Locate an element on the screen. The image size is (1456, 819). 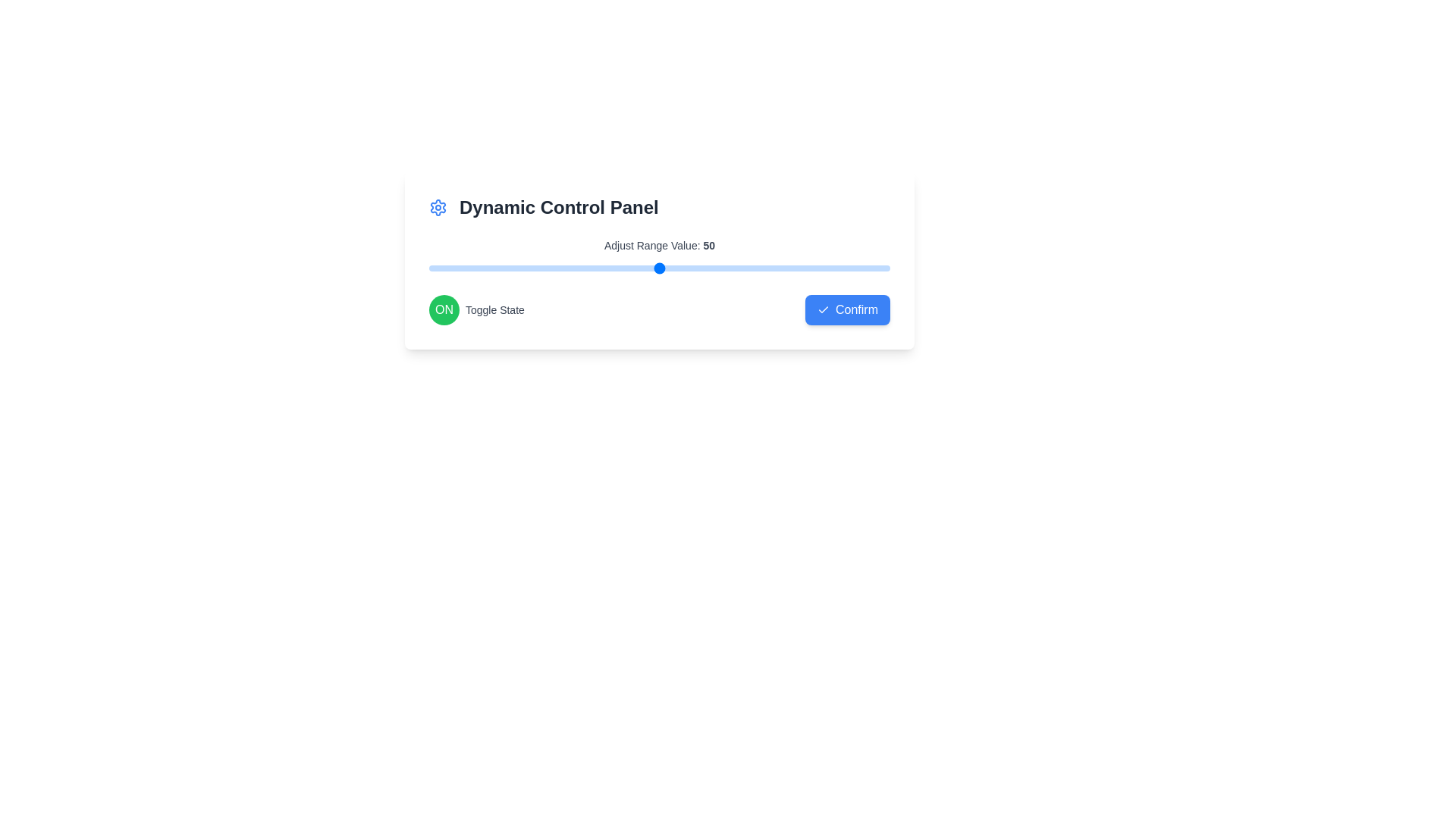
the blue Range slider located below the label 'Adjust Range Value: 50' in the 'Dynamic Control Panel' is located at coordinates (659, 268).